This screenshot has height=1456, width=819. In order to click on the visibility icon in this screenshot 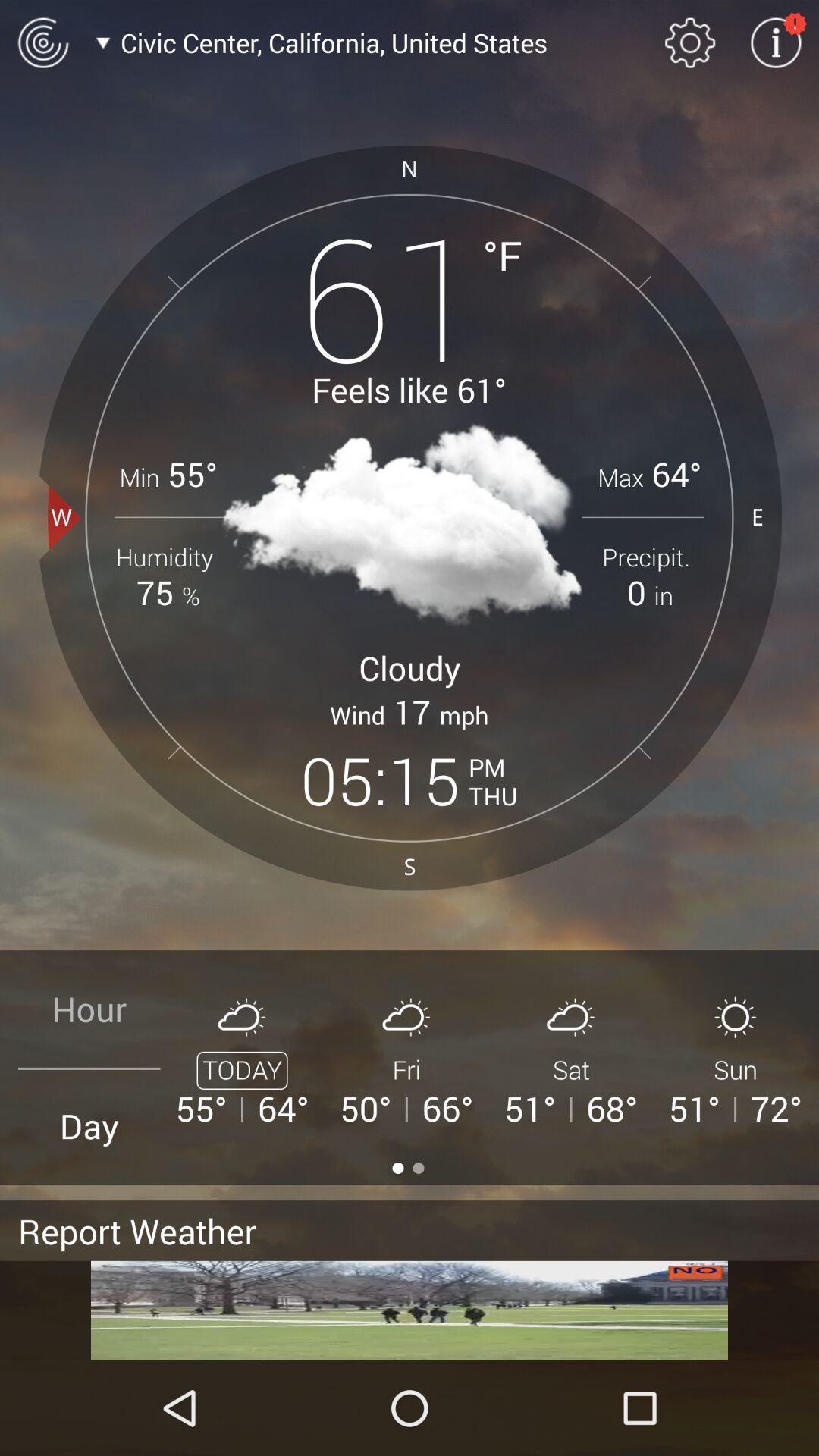, I will do `click(42, 42)`.